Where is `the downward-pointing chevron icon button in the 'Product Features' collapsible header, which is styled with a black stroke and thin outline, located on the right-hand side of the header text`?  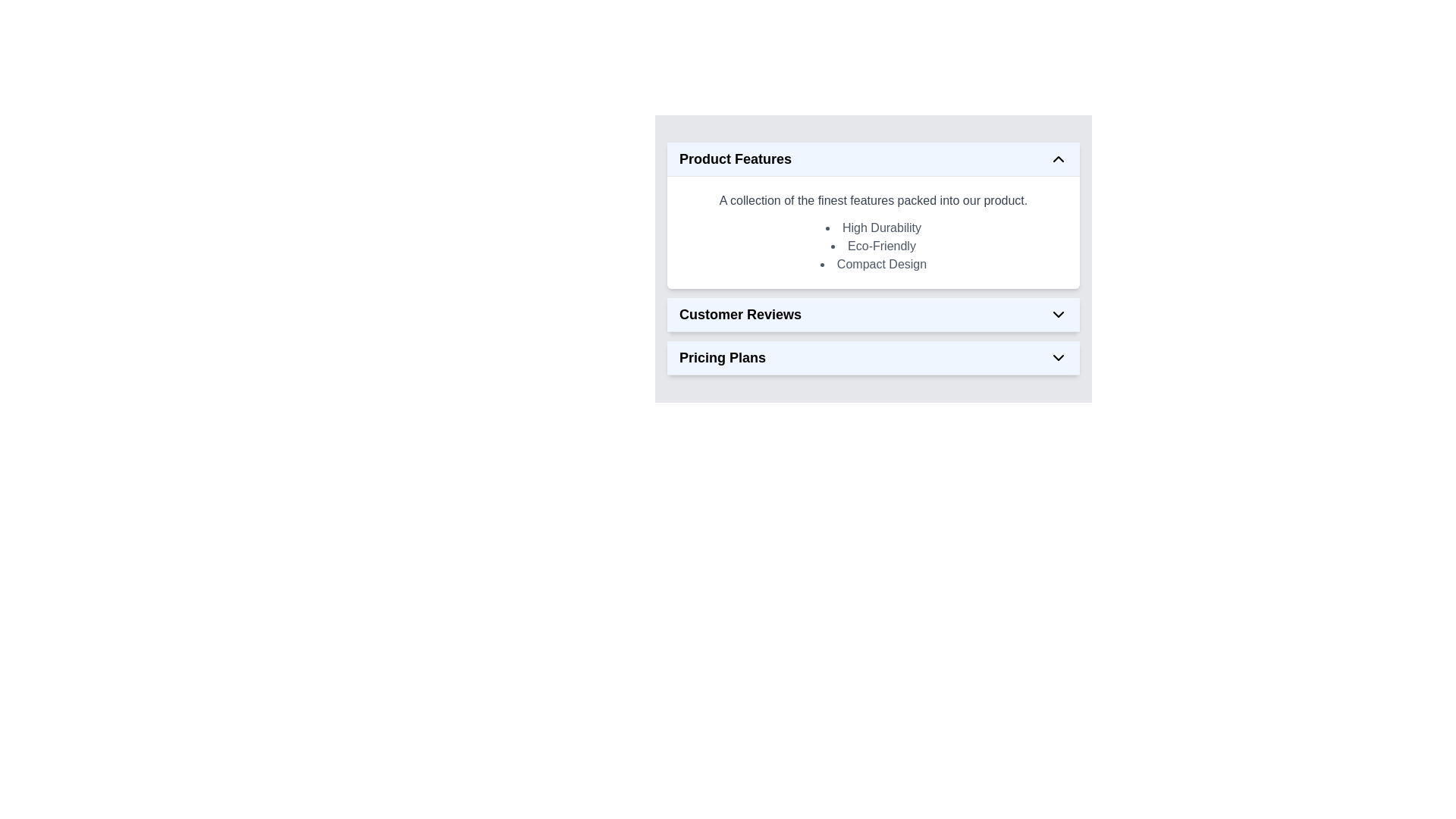 the downward-pointing chevron icon button in the 'Product Features' collapsible header, which is styled with a black stroke and thin outline, located on the right-hand side of the header text is located at coordinates (1058, 158).